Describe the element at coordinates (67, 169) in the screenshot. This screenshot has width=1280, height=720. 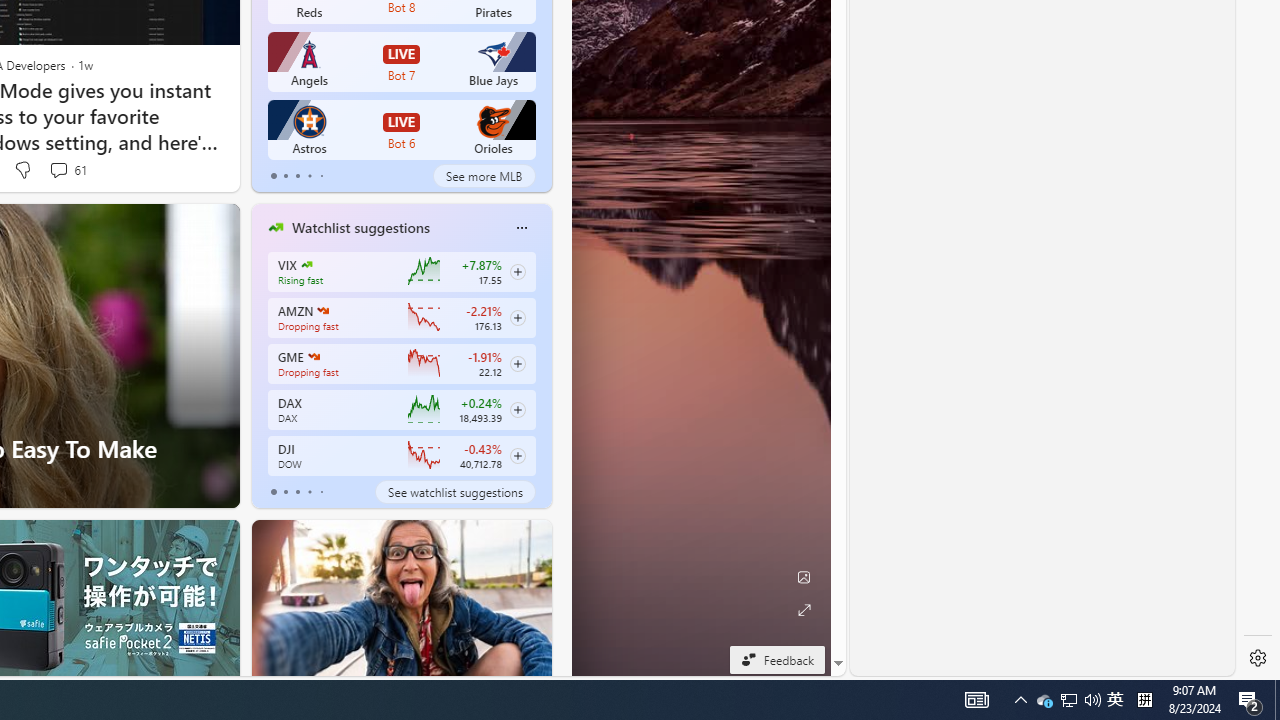
I see `'View comments 61 Comment'` at that location.